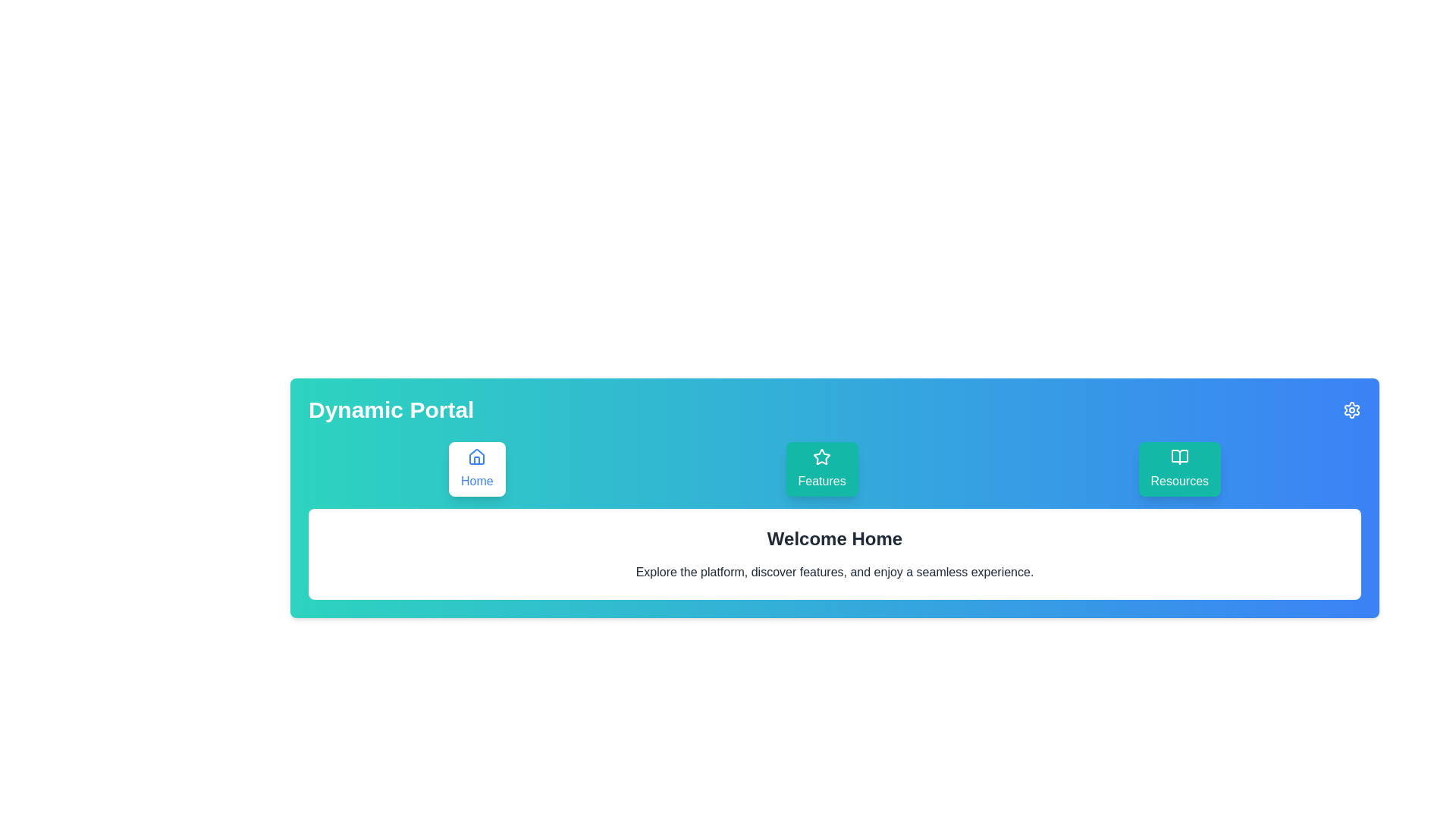  Describe the element at coordinates (821, 456) in the screenshot. I see `the button labeled 'Features' that contains the star-shaped icon with a white border and a transparent inner section` at that location.